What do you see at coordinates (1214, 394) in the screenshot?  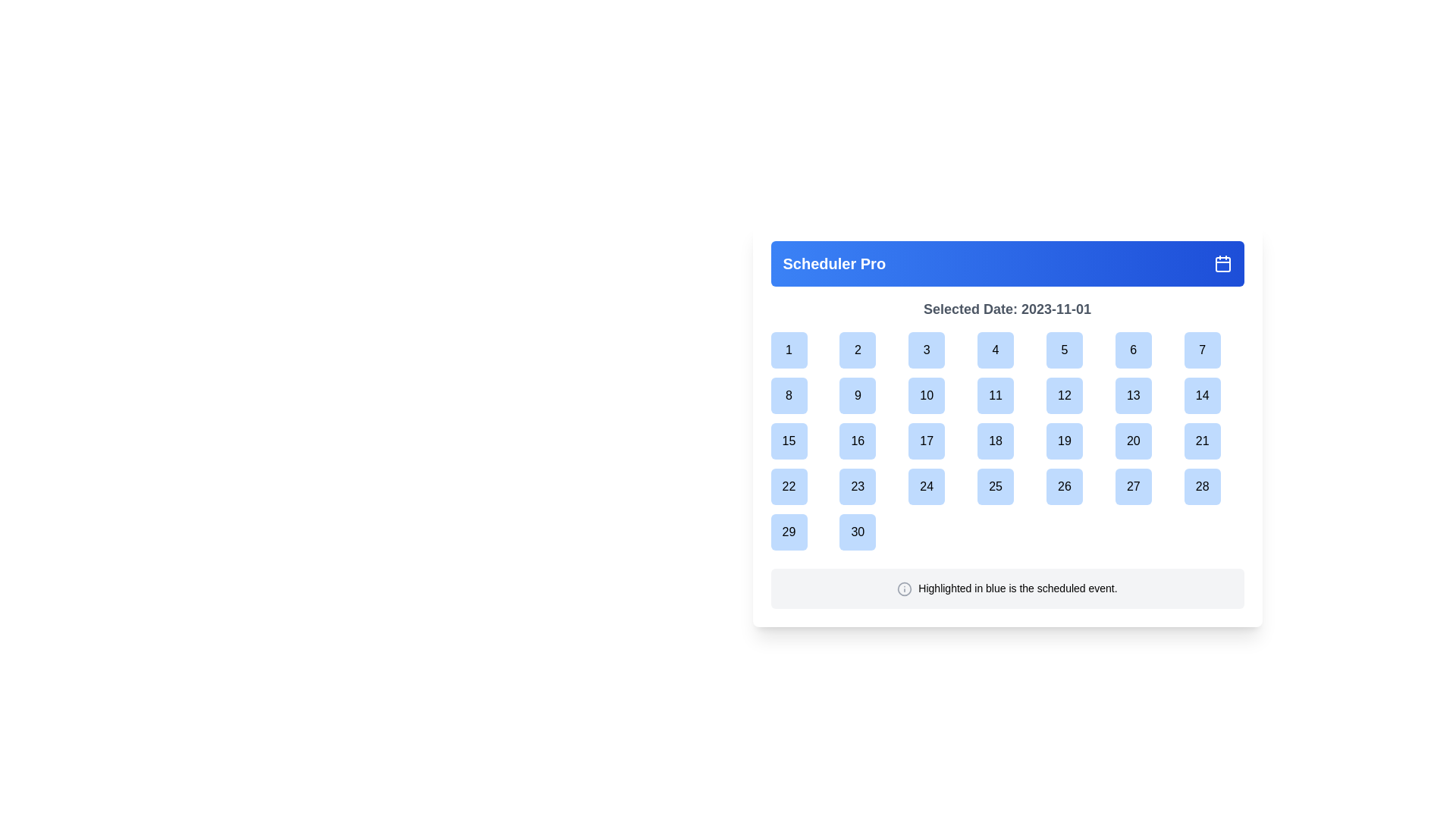 I see `the button representing the 14th day in the calendar view` at bounding box center [1214, 394].